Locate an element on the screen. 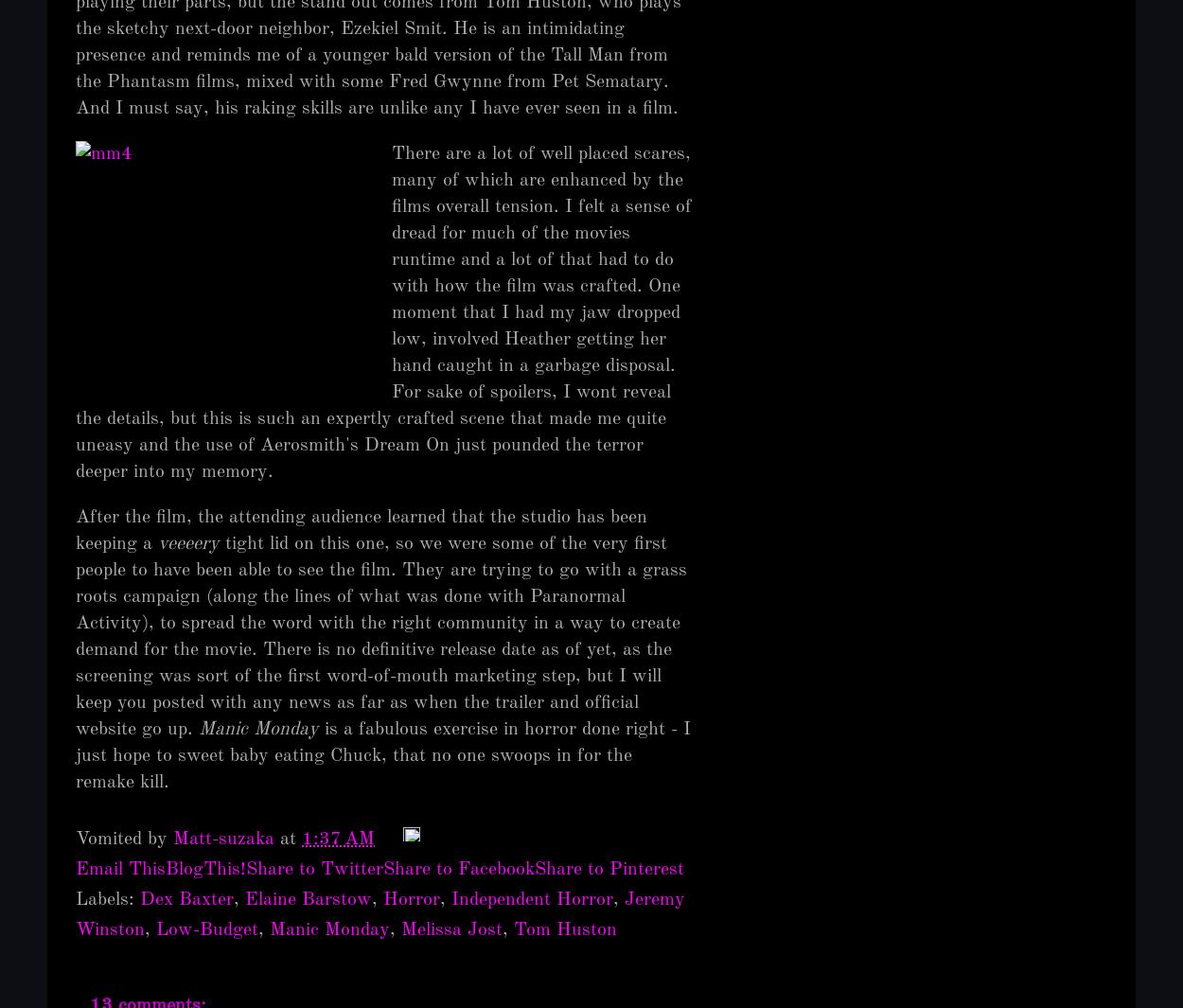 The width and height of the screenshot is (1183, 1008). 'BlogThis!' is located at coordinates (166, 869).